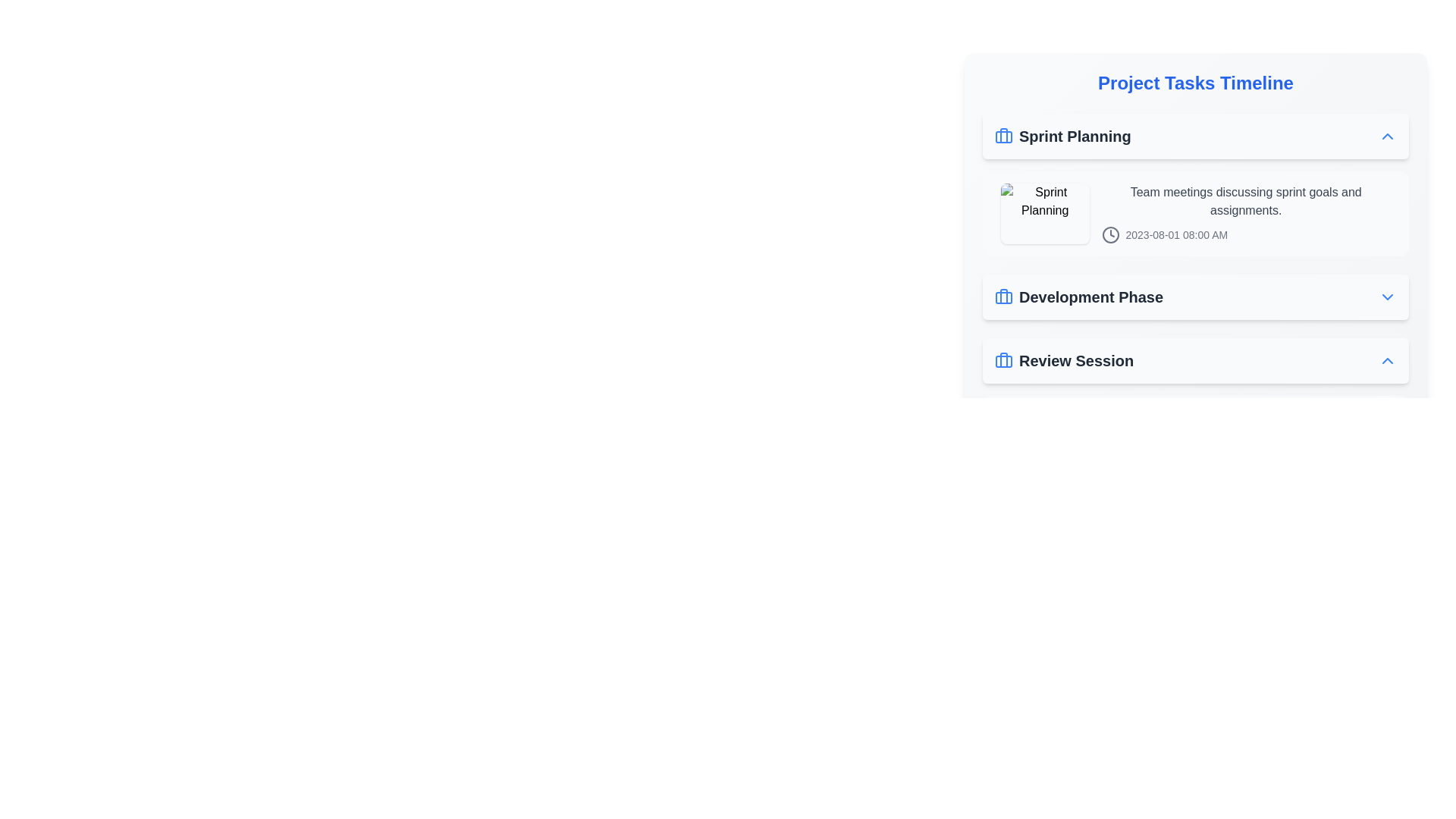 Image resolution: width=1456 pixels, height=819 pixels. Describe the element at coordinates (1074, 136) in the screenshot. I see `the text label displaying 'Sprint Planning', which is prominently styled in a large, bold font and located under the 'Project Tasks Timeline' section` at that location.